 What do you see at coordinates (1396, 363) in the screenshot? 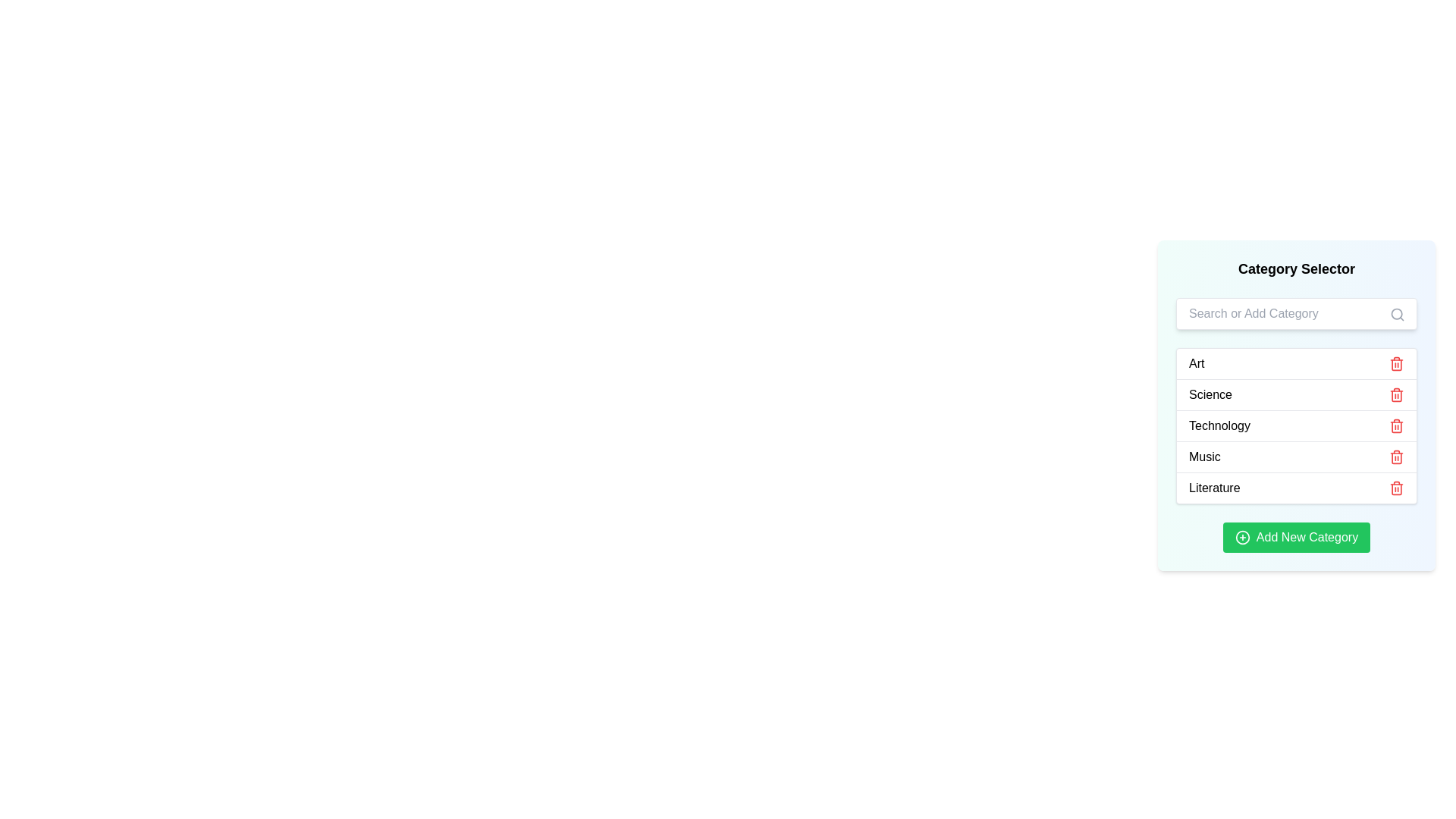
I see `the red trash can icon button located to the far right of the 'Art' category in the category selector list to change its color` at bounding box center [1396, 363].